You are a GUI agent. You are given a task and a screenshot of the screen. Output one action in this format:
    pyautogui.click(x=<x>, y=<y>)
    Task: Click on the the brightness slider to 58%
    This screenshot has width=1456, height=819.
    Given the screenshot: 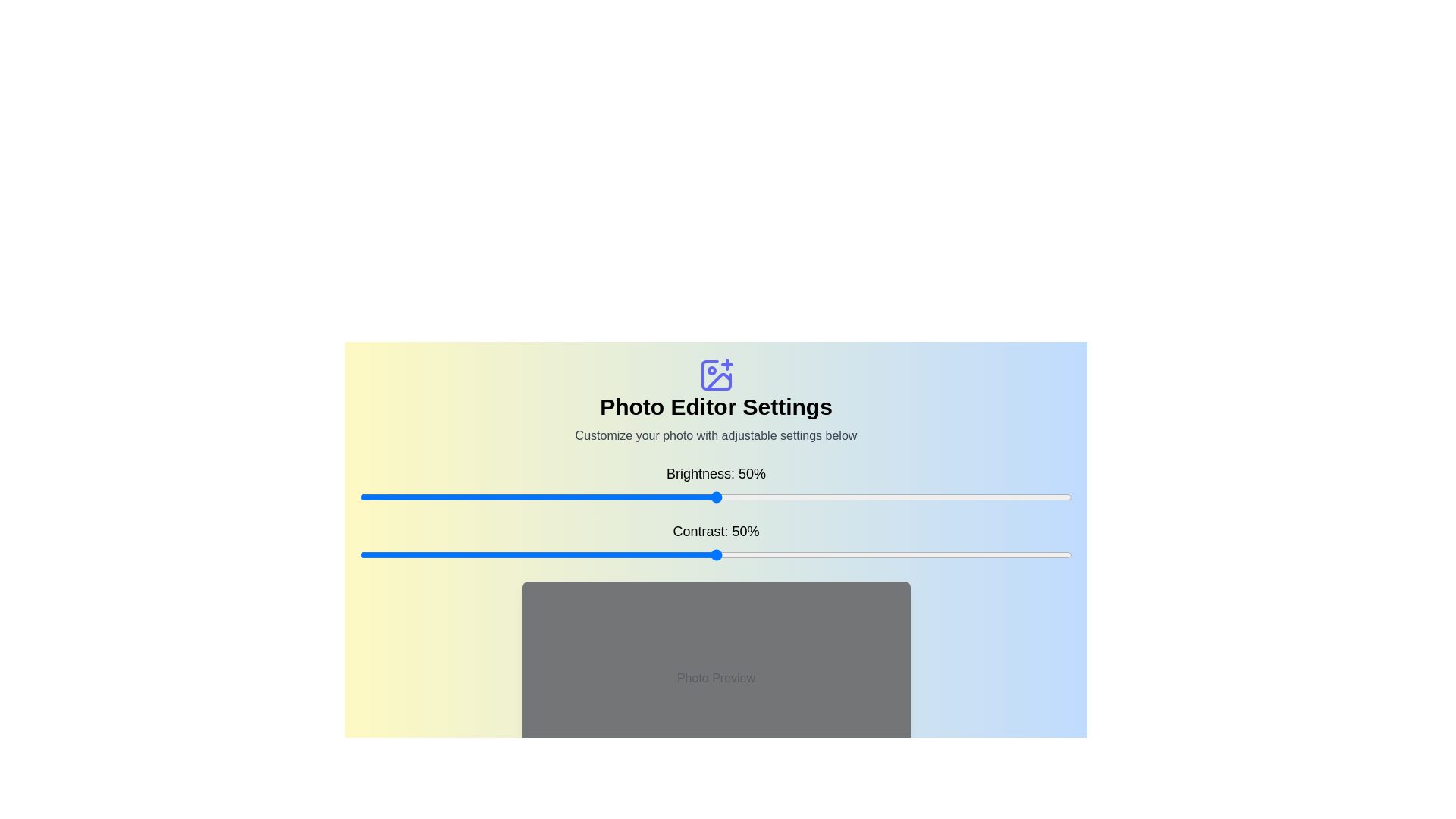 What is the action you would take?
    pyautogui.click(x=773, y=497)
    